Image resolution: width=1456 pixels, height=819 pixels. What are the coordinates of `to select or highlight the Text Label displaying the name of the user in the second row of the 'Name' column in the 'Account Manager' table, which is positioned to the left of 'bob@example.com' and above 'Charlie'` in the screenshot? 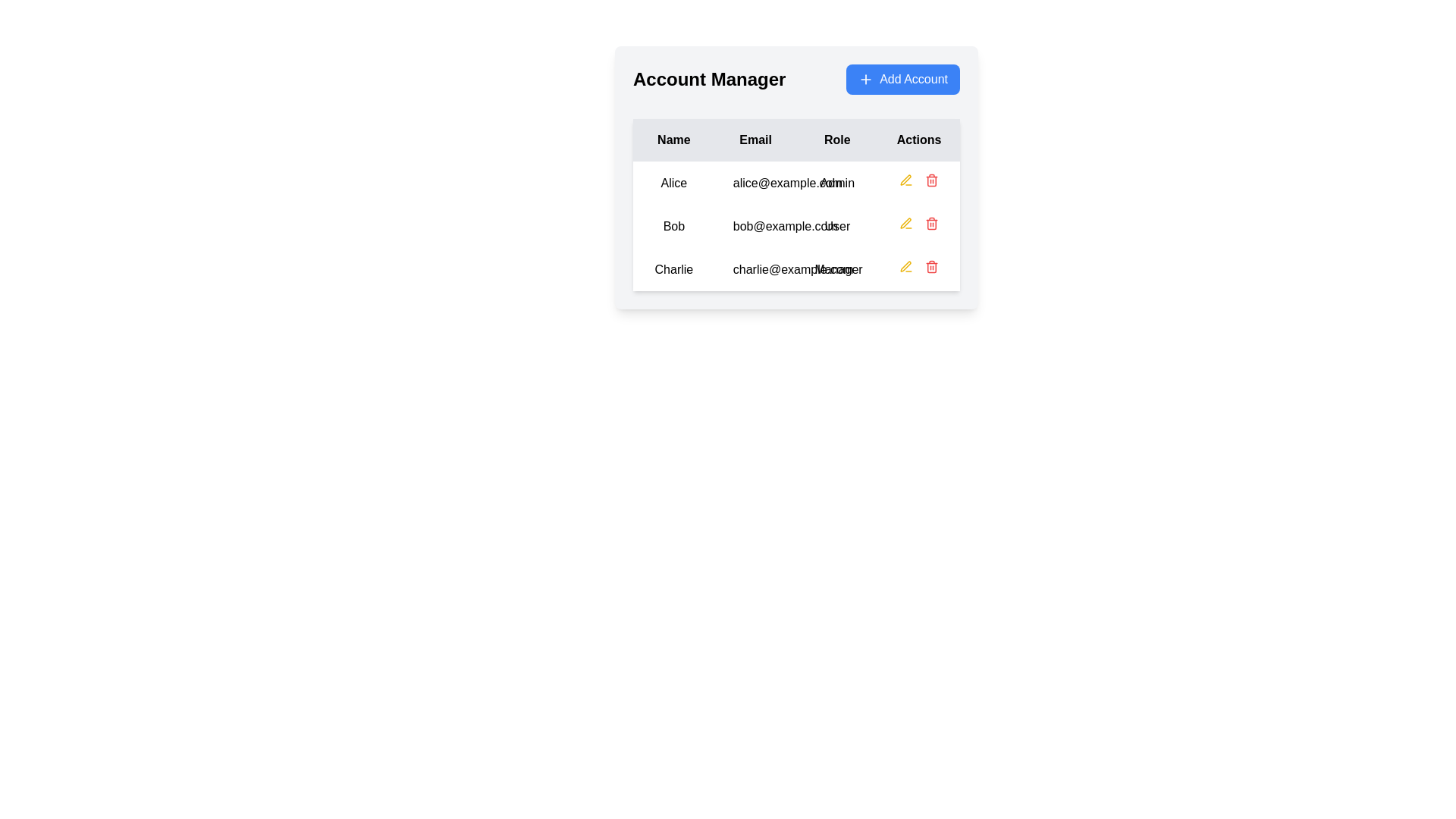 It's located at (673, 226).